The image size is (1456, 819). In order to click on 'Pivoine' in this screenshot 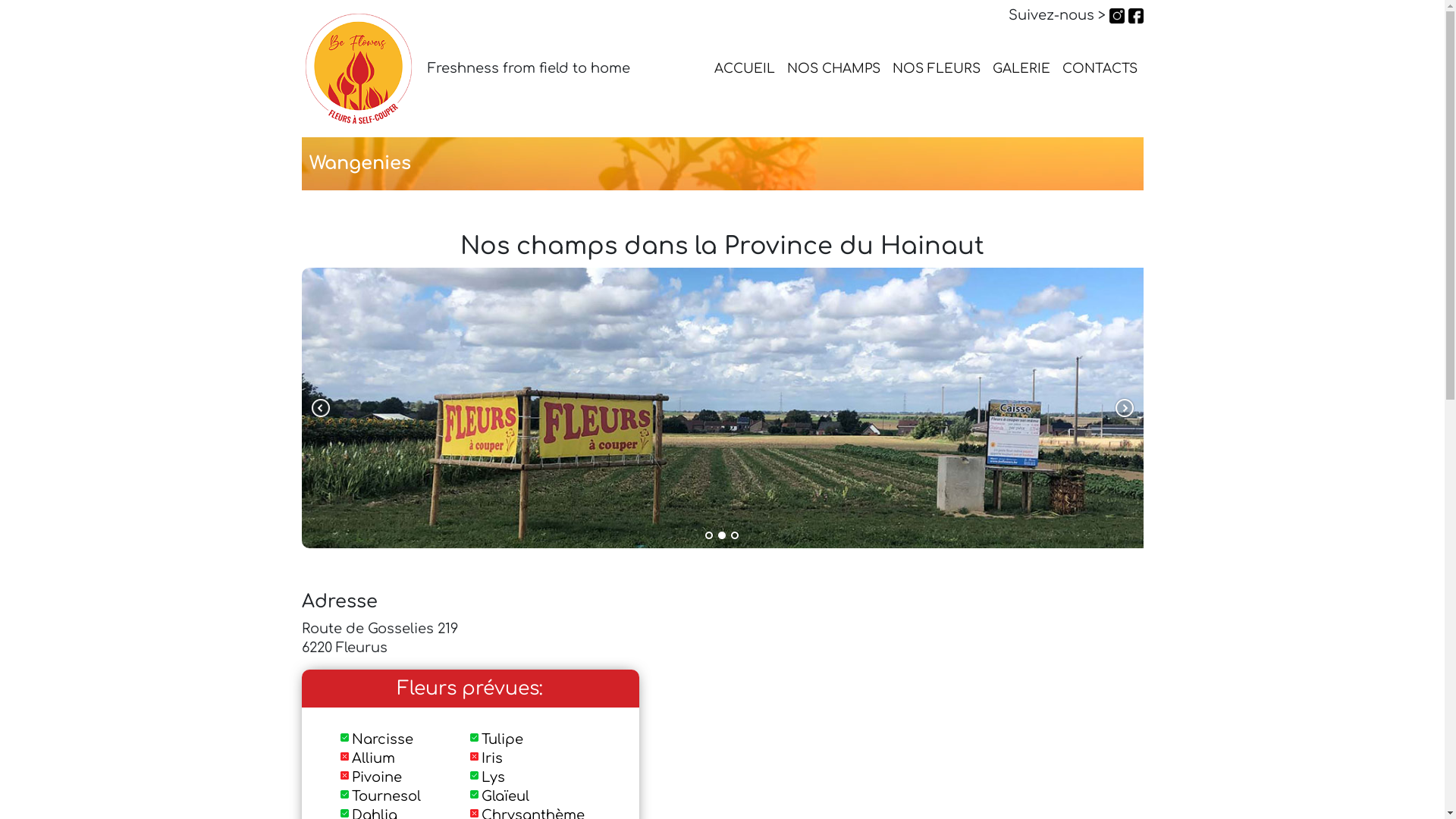, I will do `click(377, 777)`.